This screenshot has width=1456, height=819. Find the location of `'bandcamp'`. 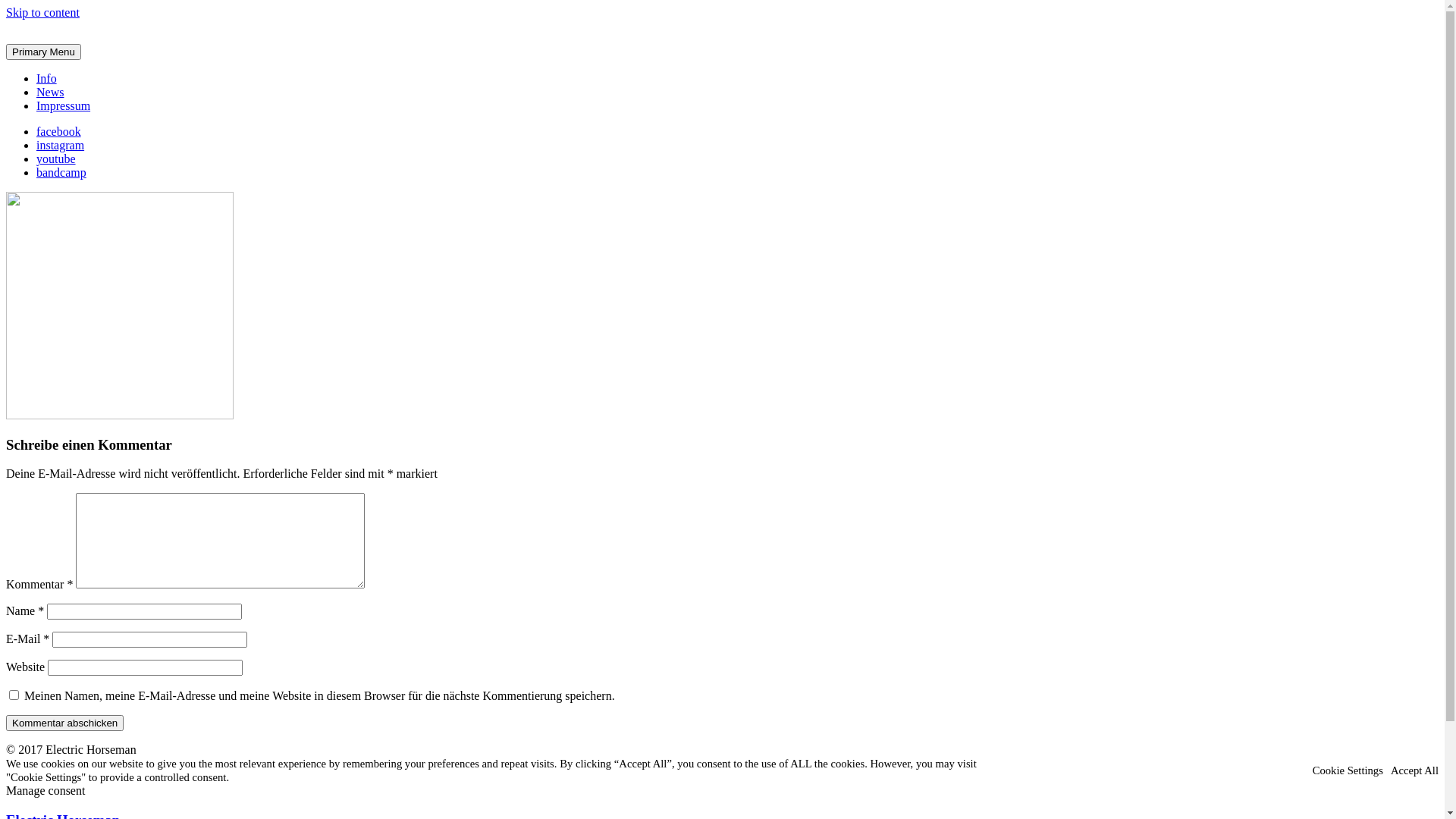

'bandcamp' is located at coordinates (64, 171).